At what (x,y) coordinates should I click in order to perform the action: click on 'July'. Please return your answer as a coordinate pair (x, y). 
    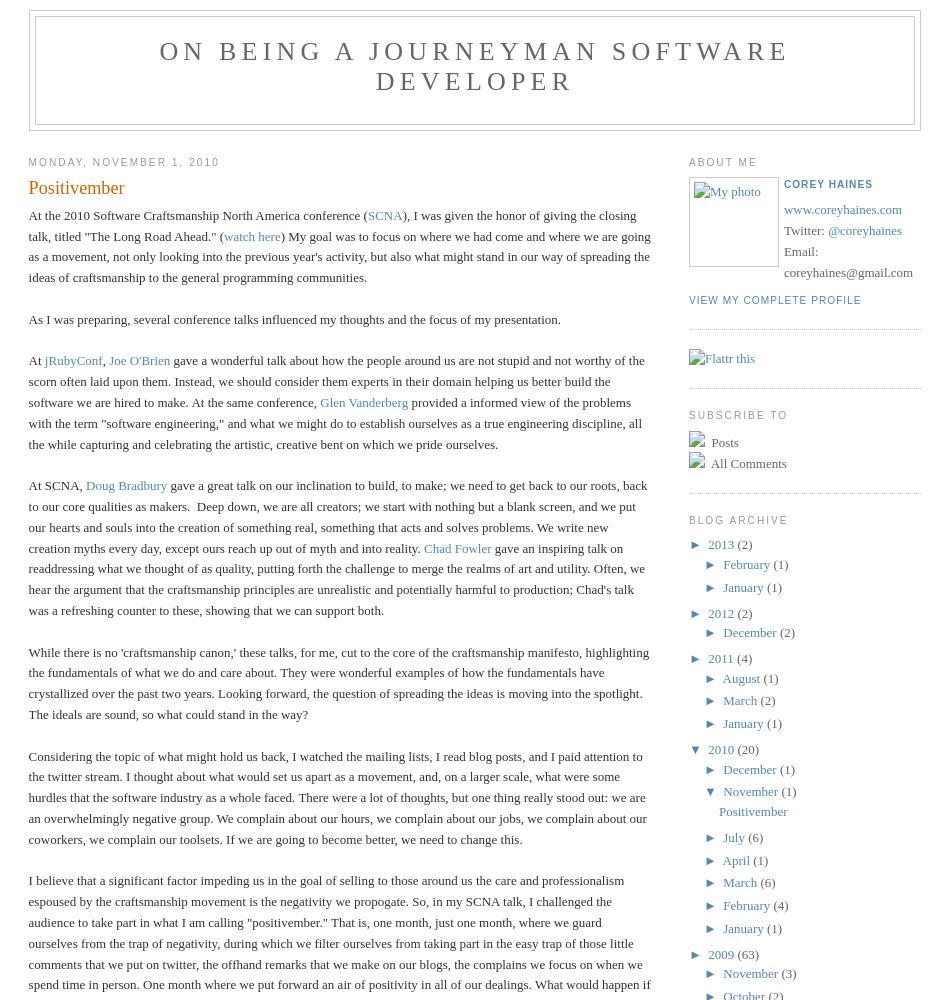
    Looking at the image, I should click on (734, 835).